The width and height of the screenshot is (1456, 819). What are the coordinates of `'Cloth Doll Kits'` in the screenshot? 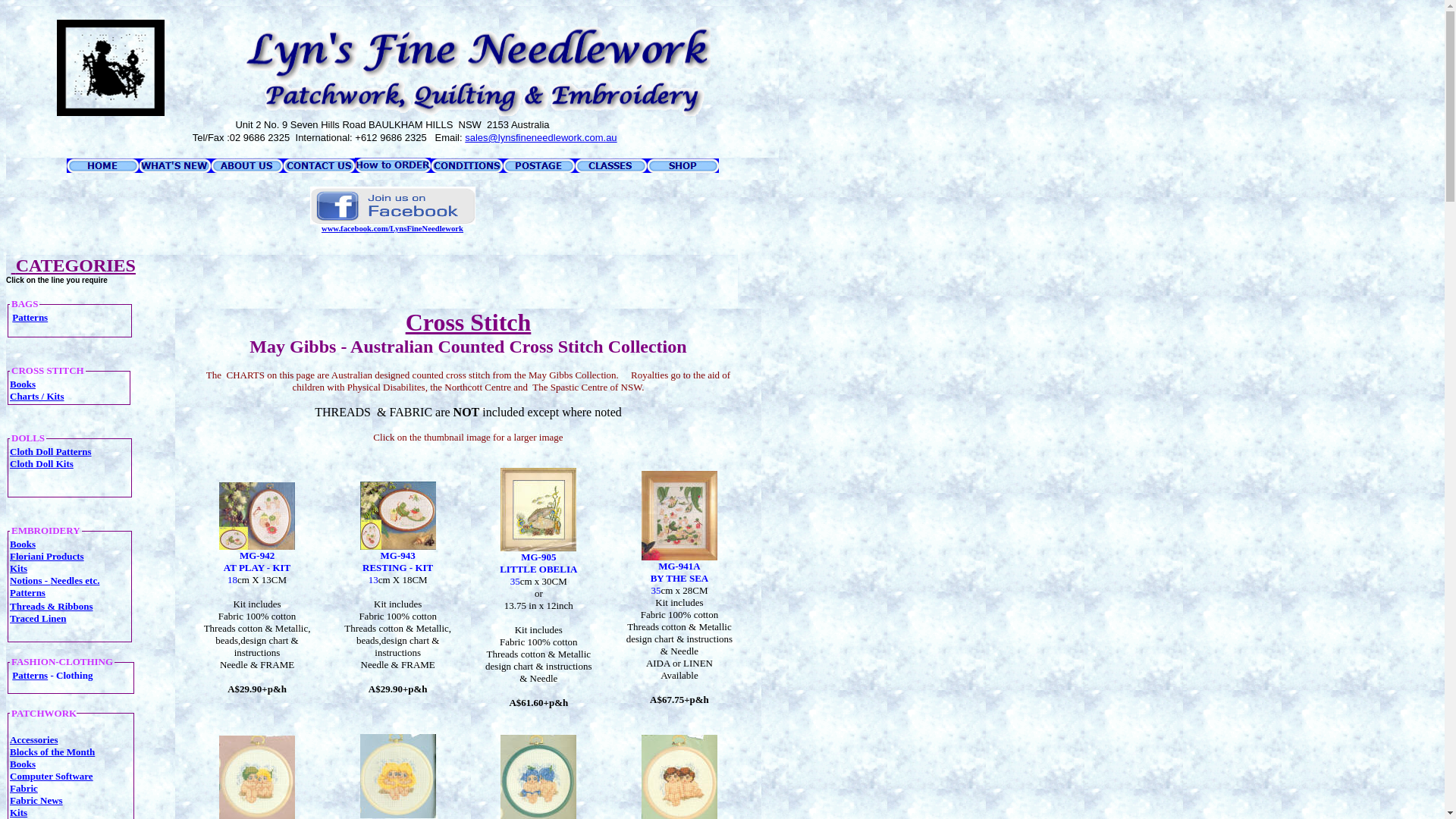 It's located at (41, 463).